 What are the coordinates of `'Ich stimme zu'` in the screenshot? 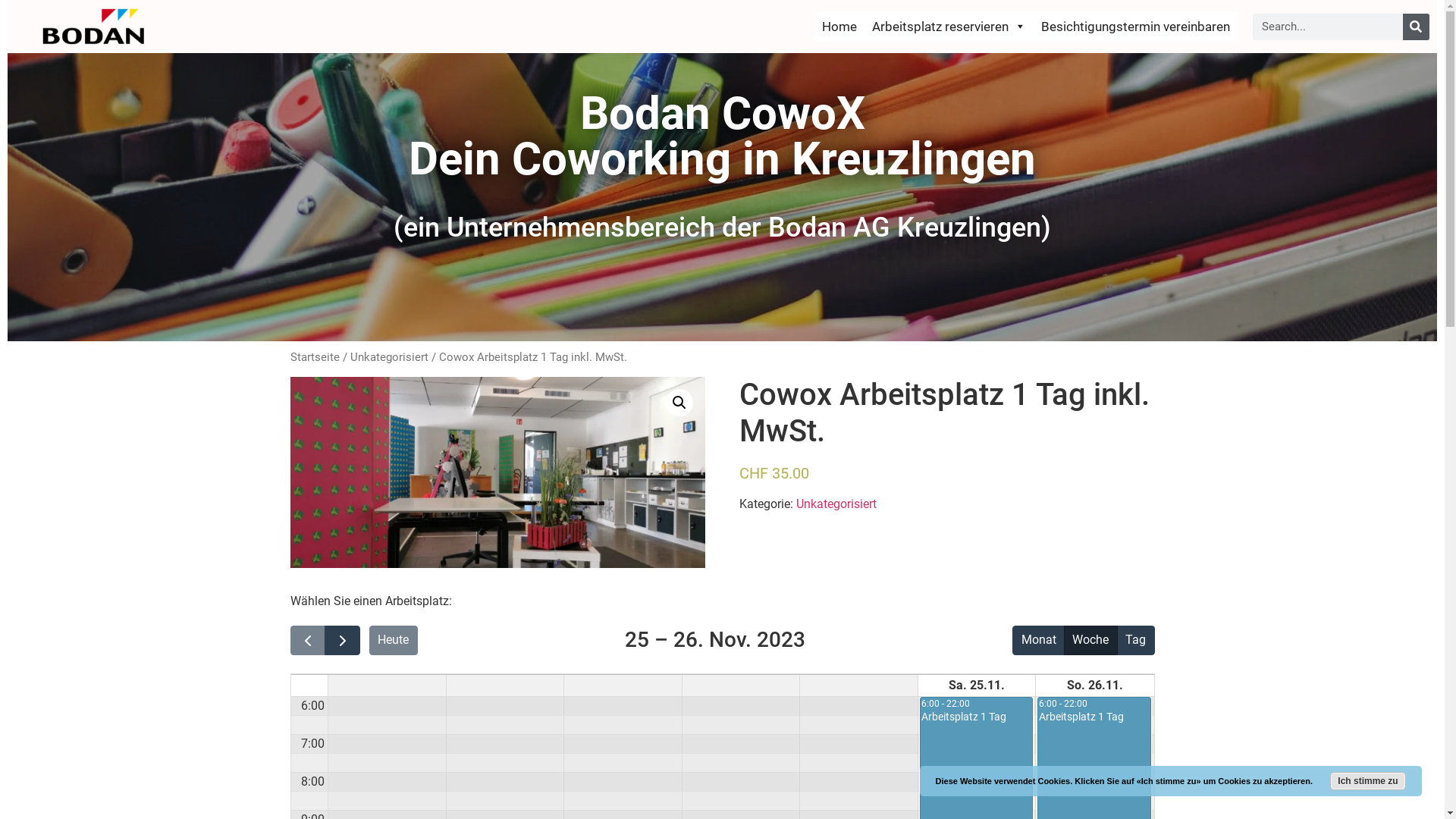 It's located at (1368, 780).